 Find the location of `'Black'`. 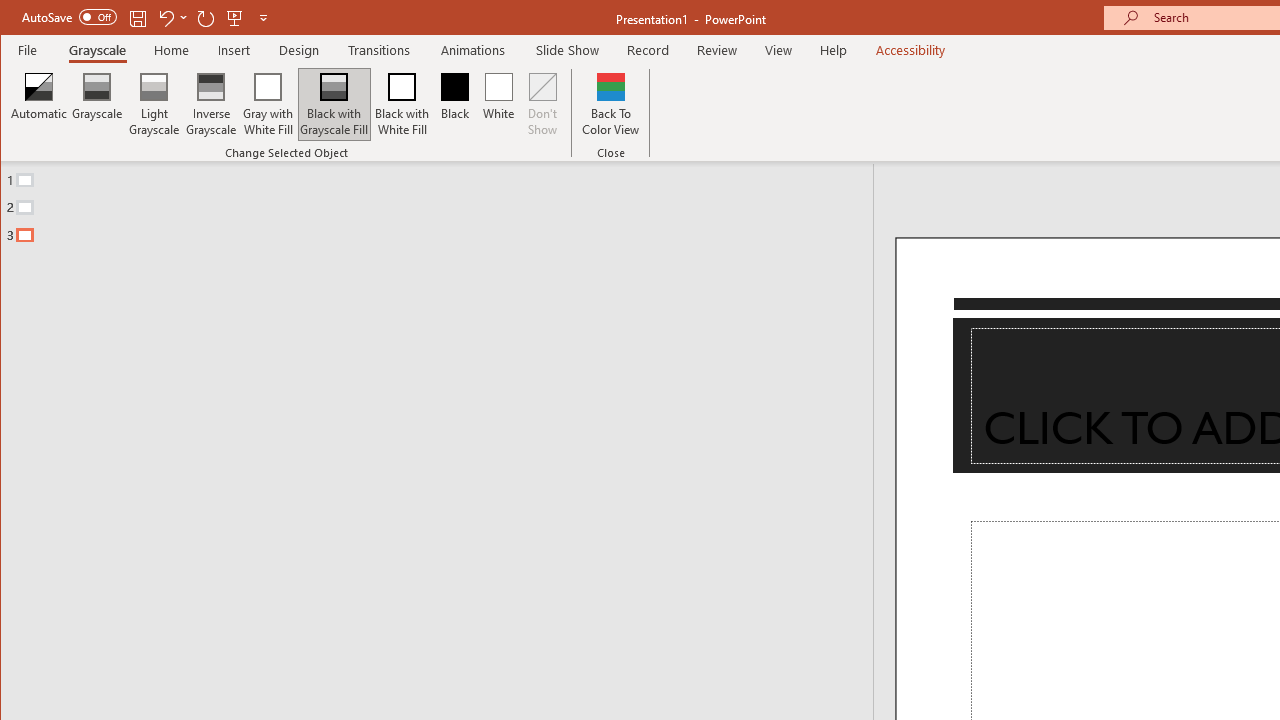

'Black' is located at coordinates (454, 104).